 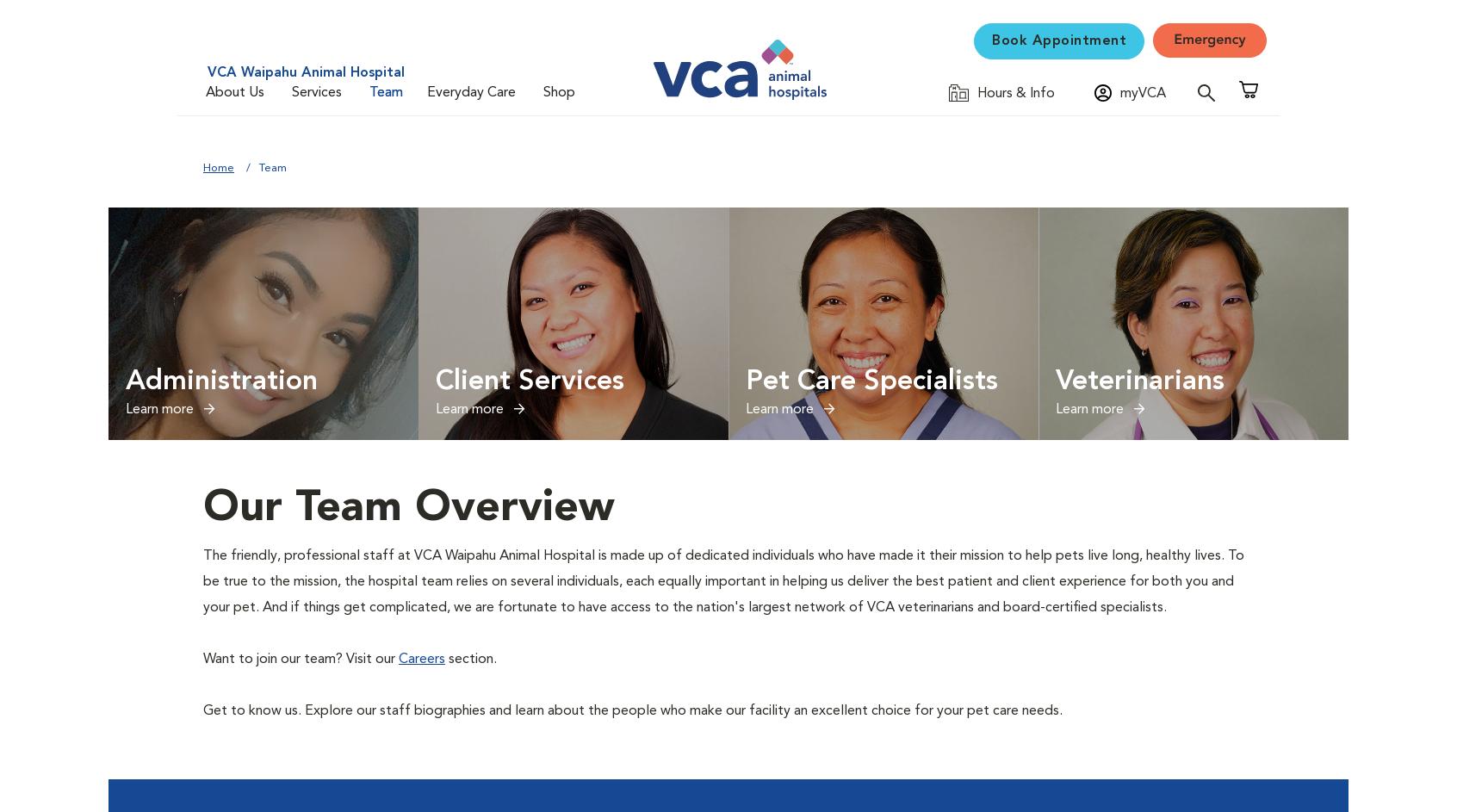 I want to click on 'About Us', so click(x=234, y=92).